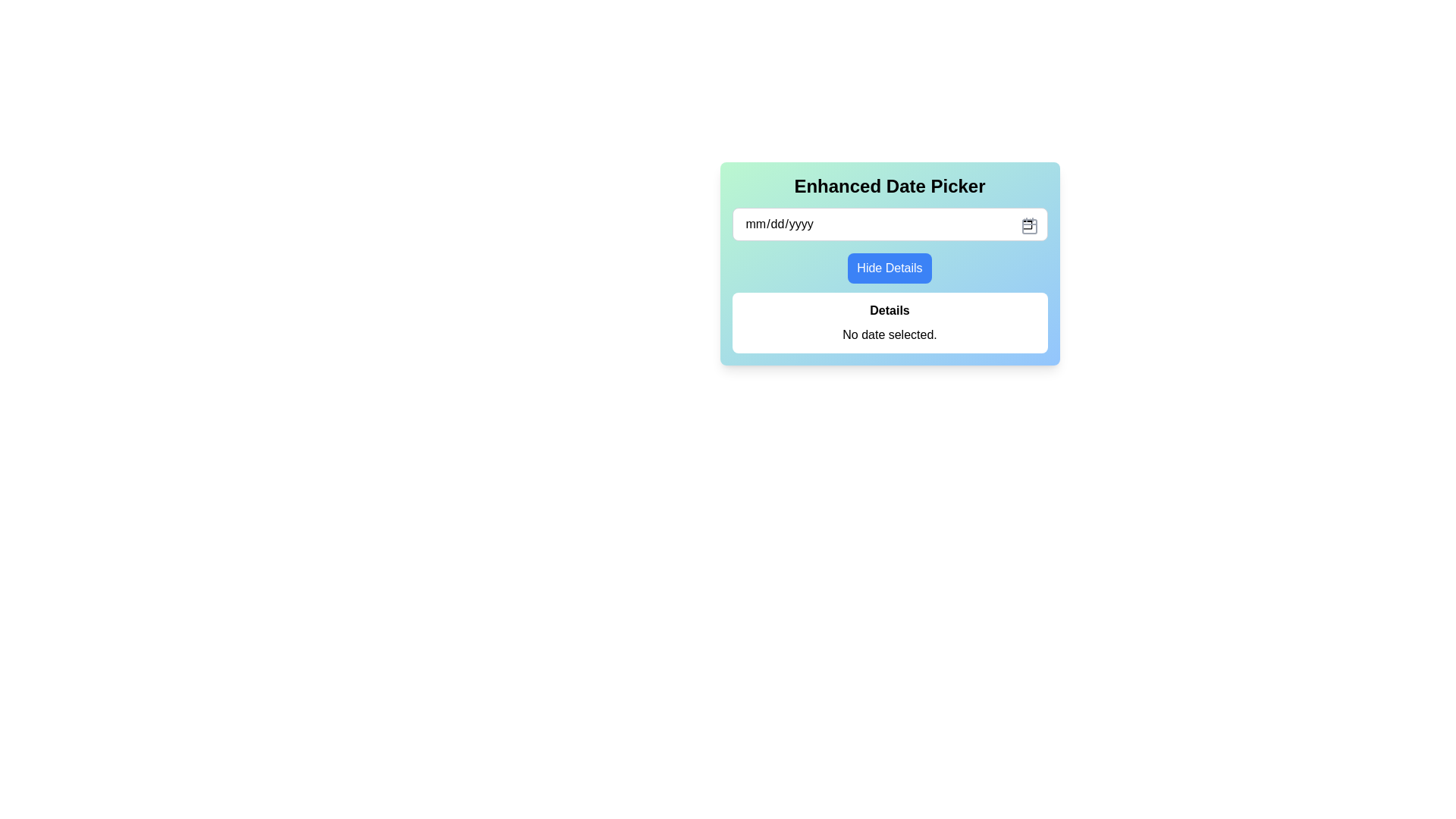 Image resolution: width=1456 pixels, height=819 pixels. I want to click on the button with rounded corners and a blue background labeled 'Hide Details' to hide additional information, so click(890, 262).